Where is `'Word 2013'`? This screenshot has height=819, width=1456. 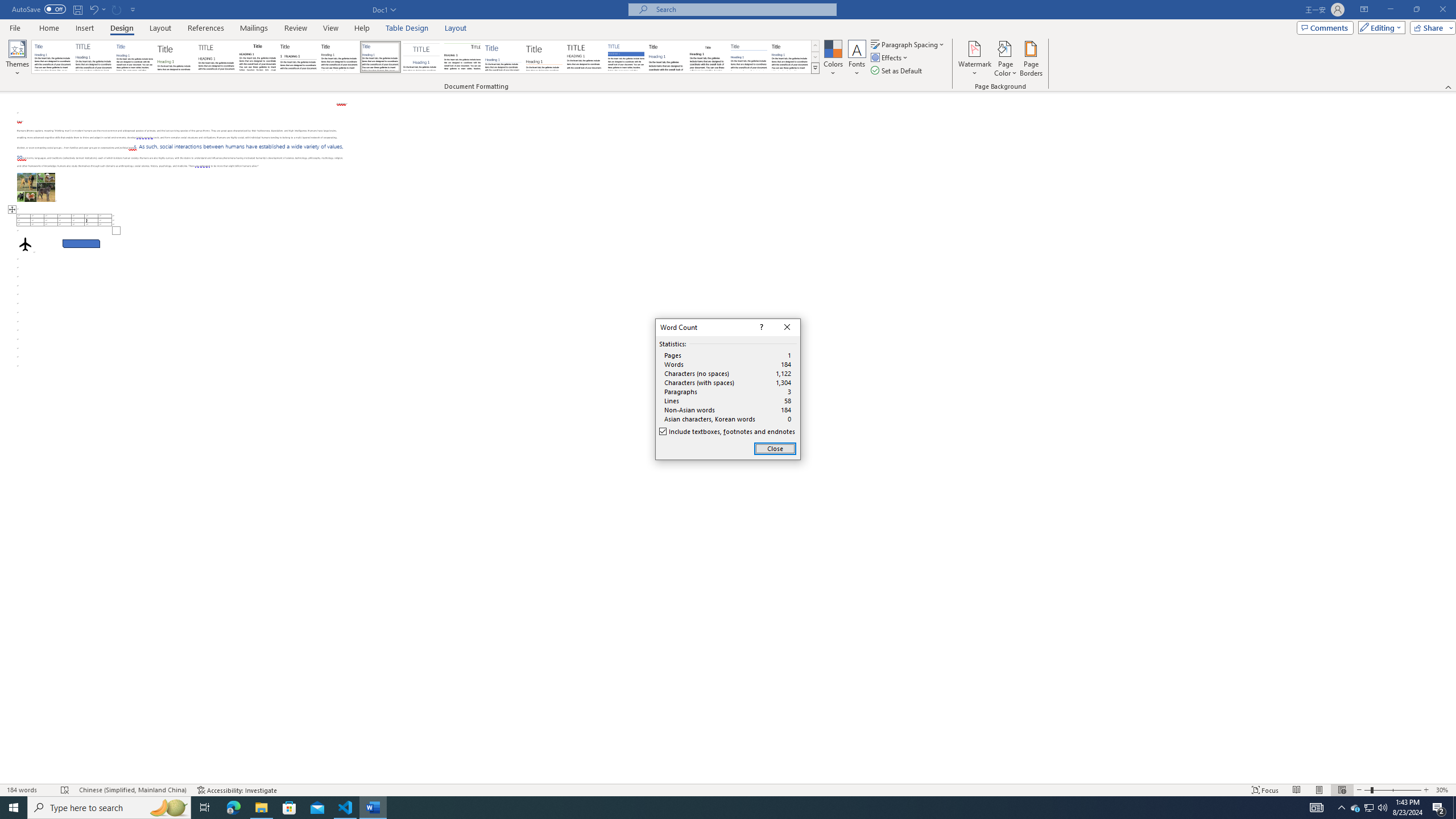
'Word 2013' is located at coordinates (791, 56).